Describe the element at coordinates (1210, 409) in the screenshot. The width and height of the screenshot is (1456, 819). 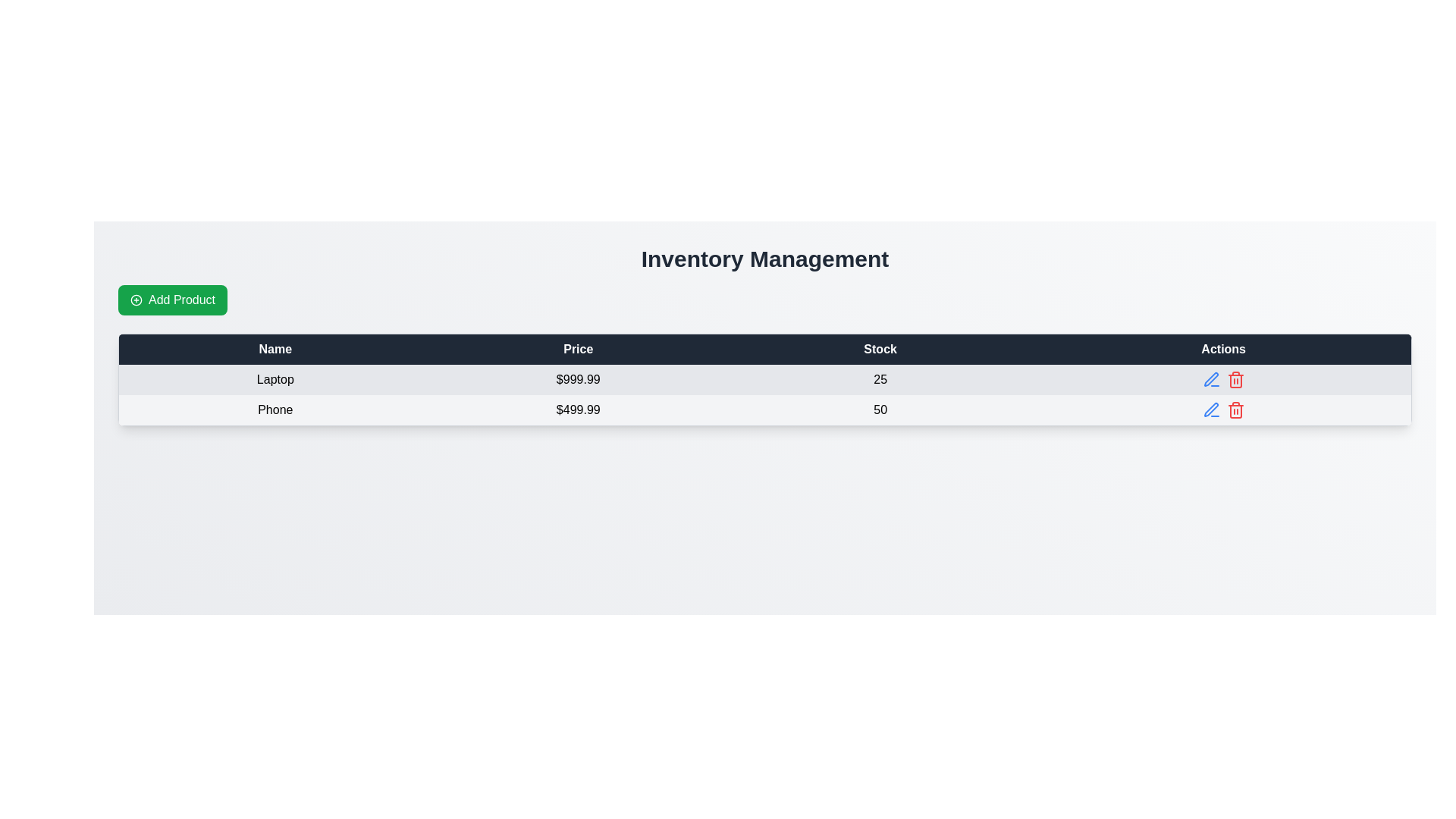
I see `the pen-like icon button, which is styled with a blue stroke and located in the second row under the 'Actions' column of the table` at that location.